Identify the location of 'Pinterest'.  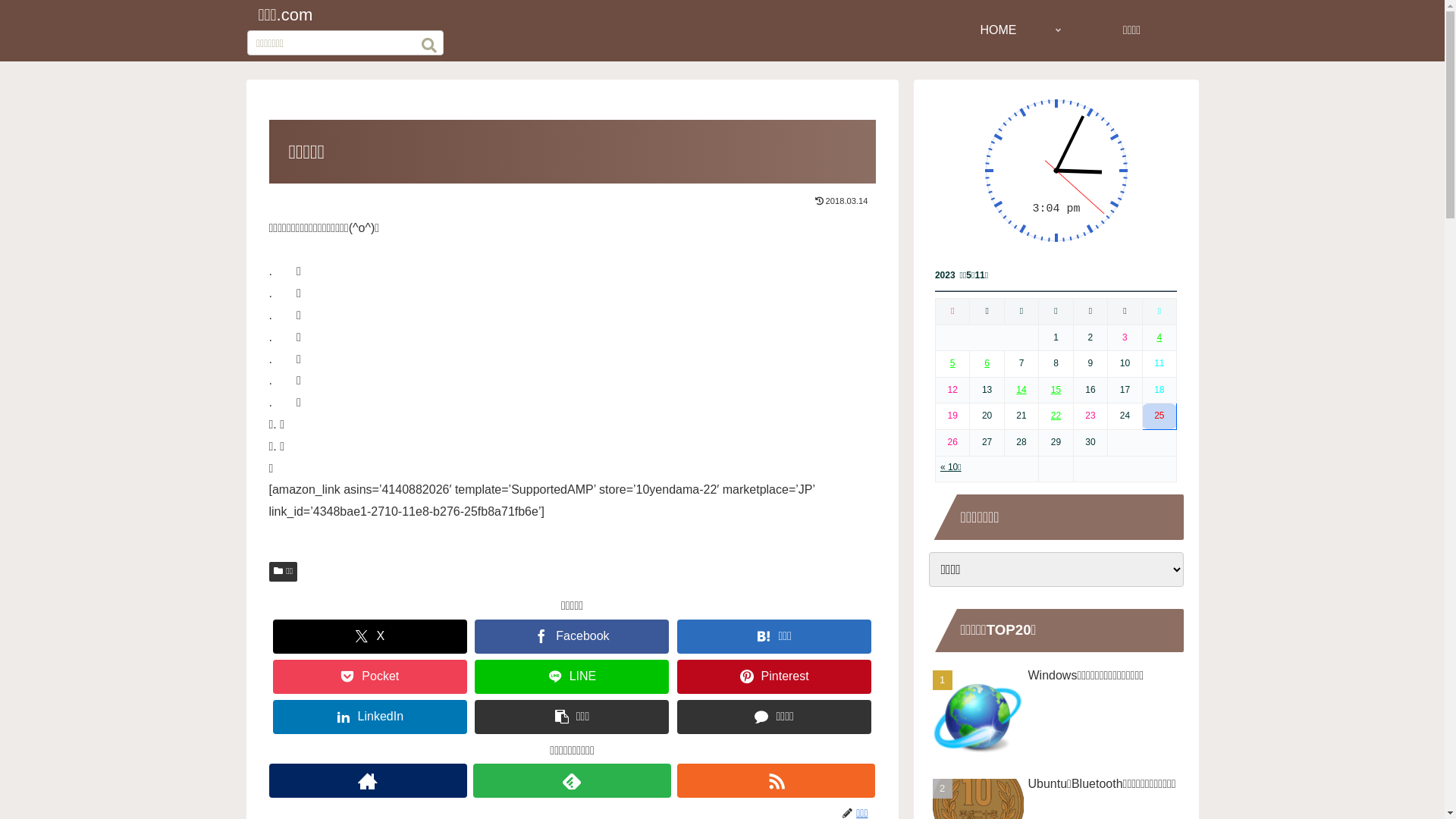
(774, 676).